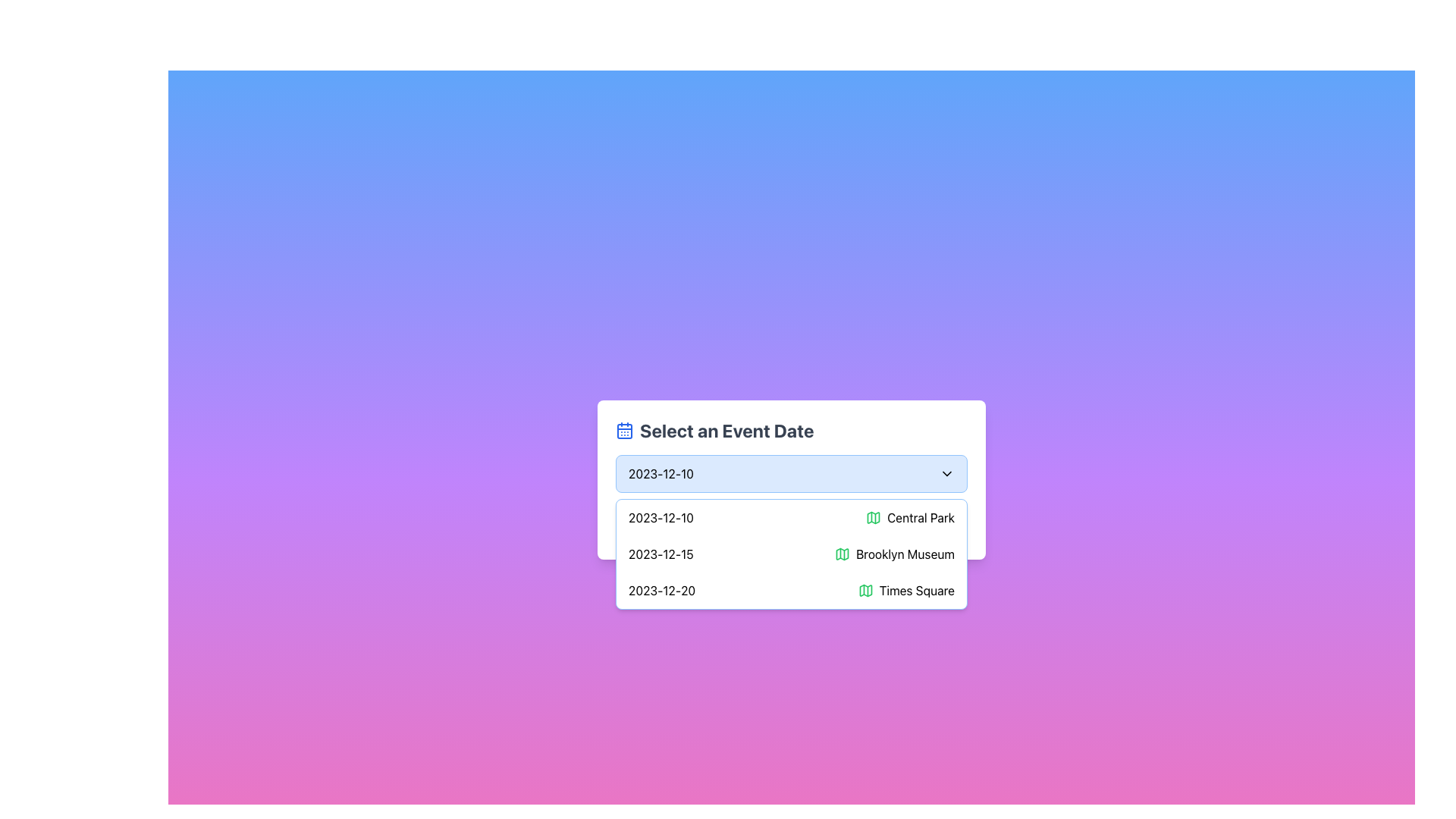  Describe the element at coordinates (625, 430) in the screenshot. I see `the calendar icon located to the left of the 'Select an Event Date' text in the dropdown header area` at that location.